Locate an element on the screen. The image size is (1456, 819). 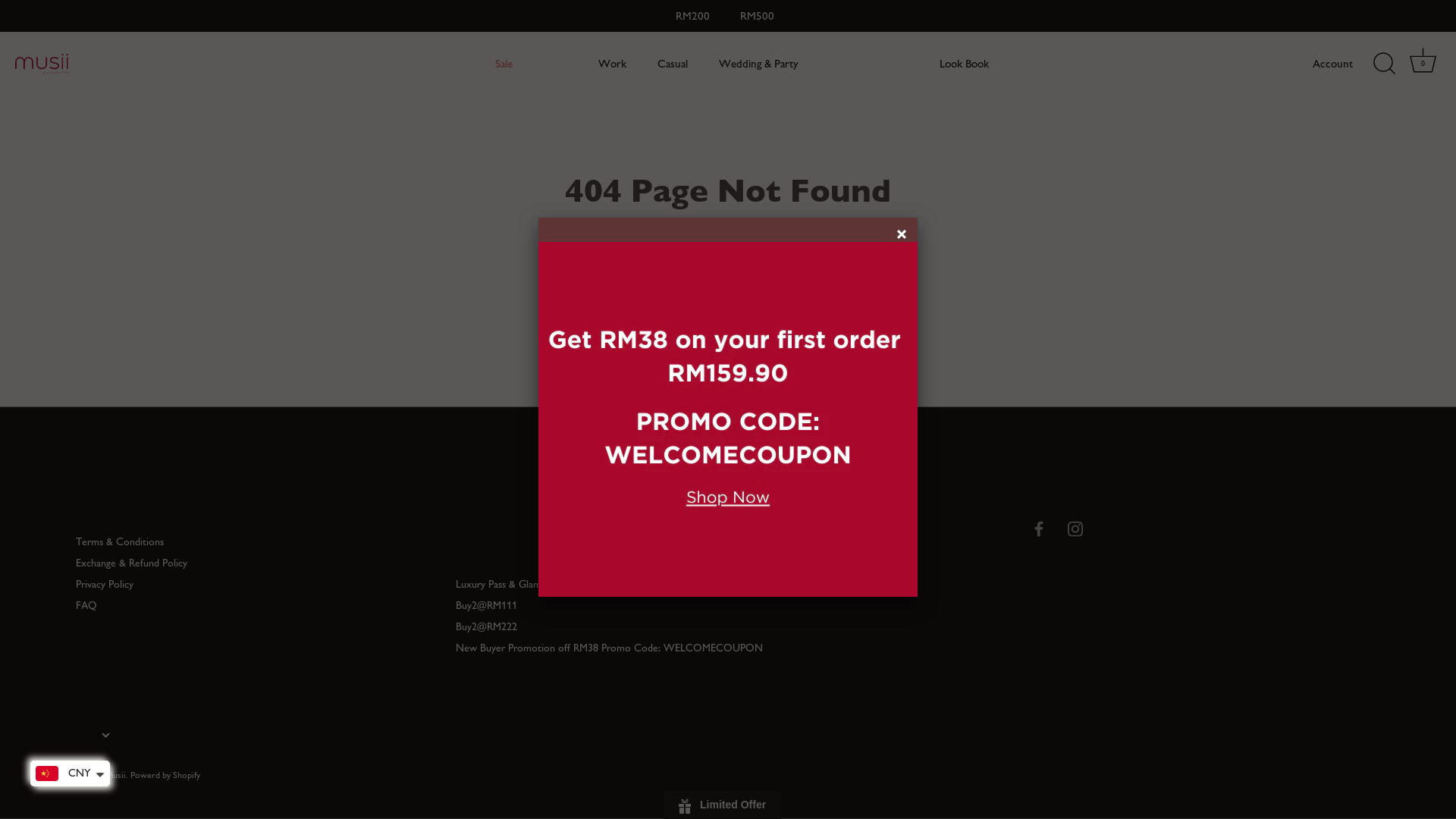
'Instagram' is located at coordinates (1074, 527).